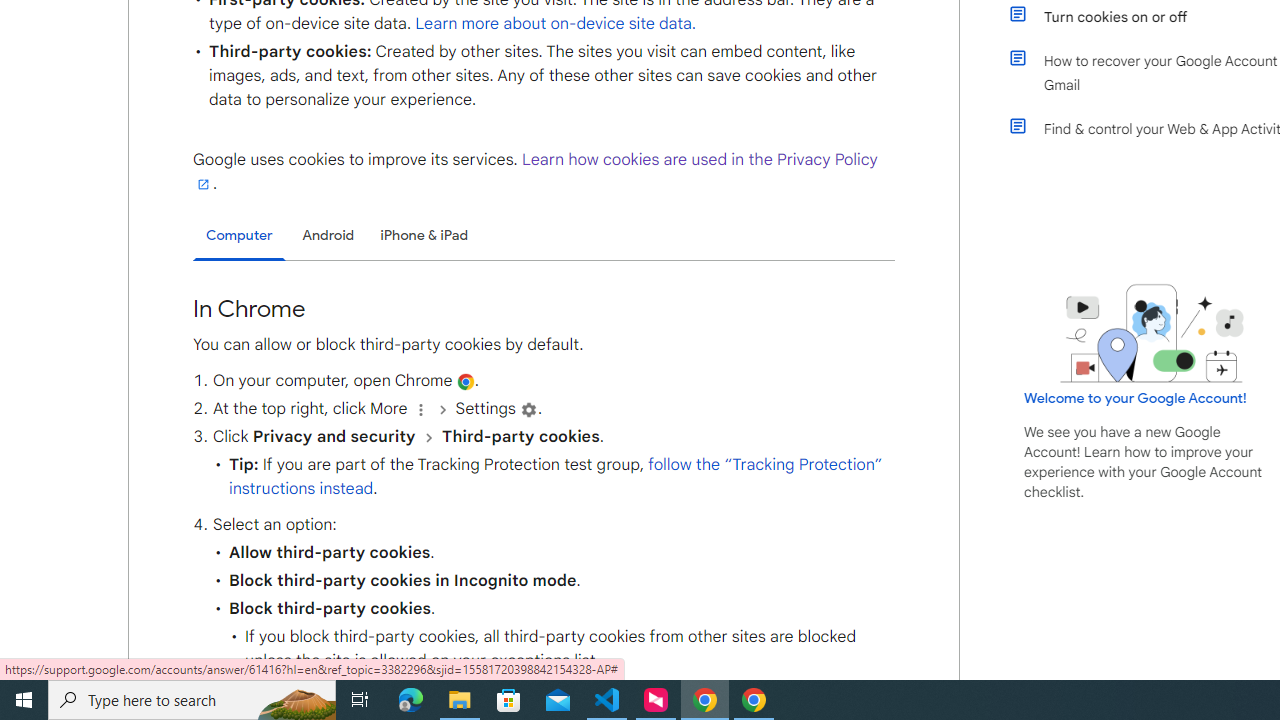 This screenshot has height=720, width=1280. What do you see at coordinates (328, 234) in the screenshot?
I see `'Android'` at bounding box center [328, 234].